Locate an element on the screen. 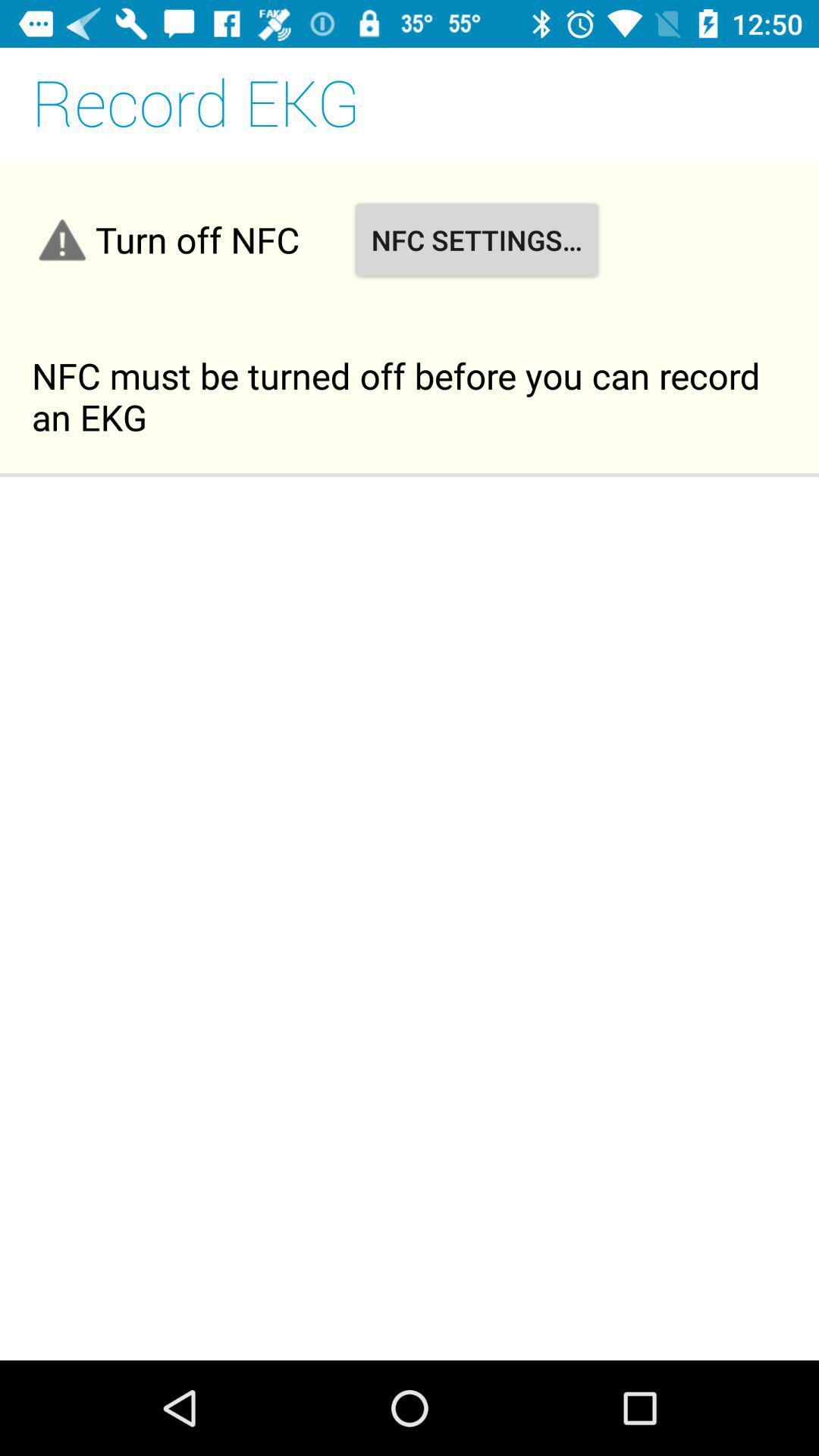 This screenshot has height=1456, width=819. the item next to turn off nfc item is located at coordinates (475, 239).